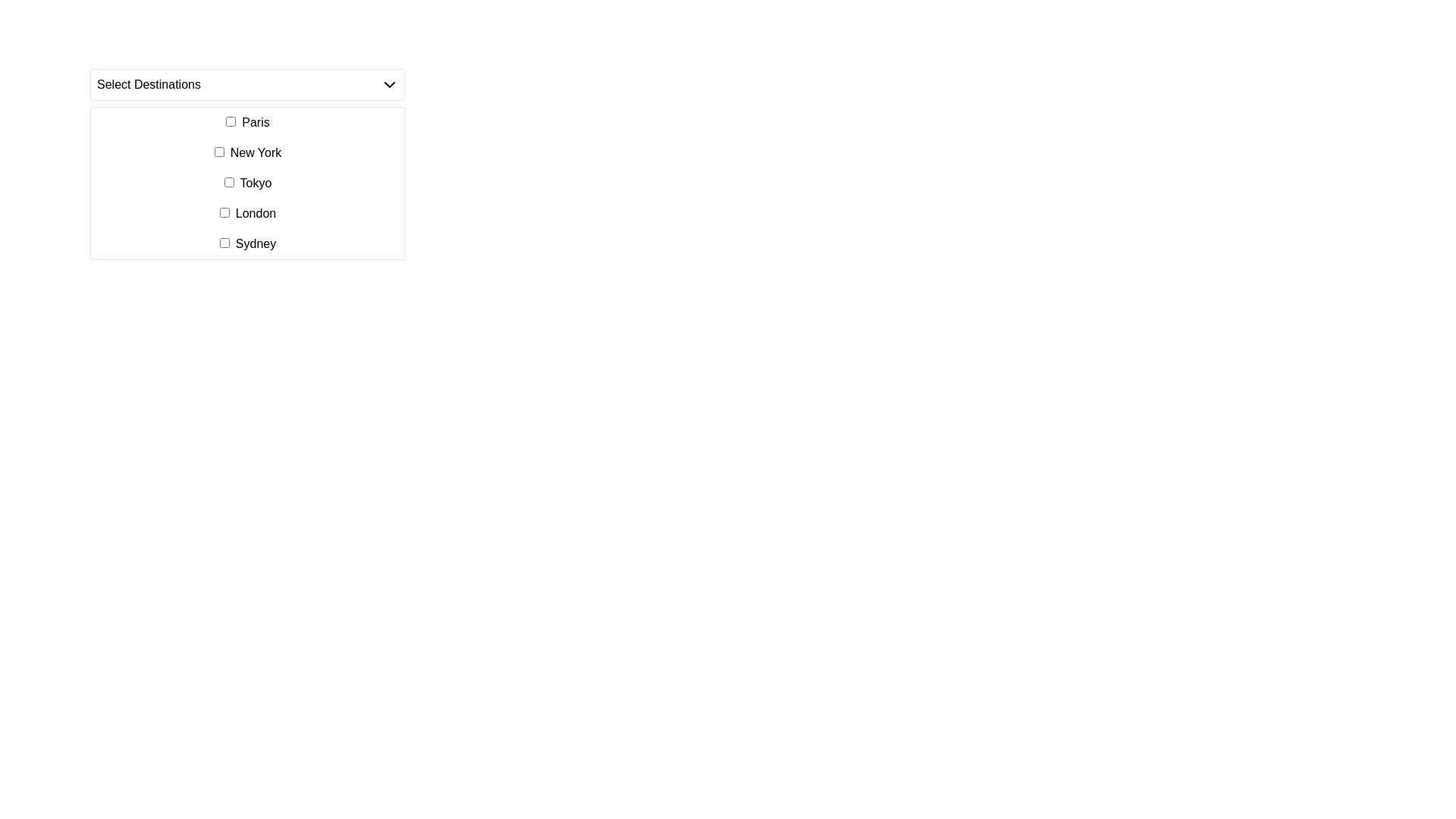 The image size is (1456, 819). What do you see at coordinates (247, 243) in the screenshot?
I see `the checkbox in the dropdown list` at bounding box center [247, 243].